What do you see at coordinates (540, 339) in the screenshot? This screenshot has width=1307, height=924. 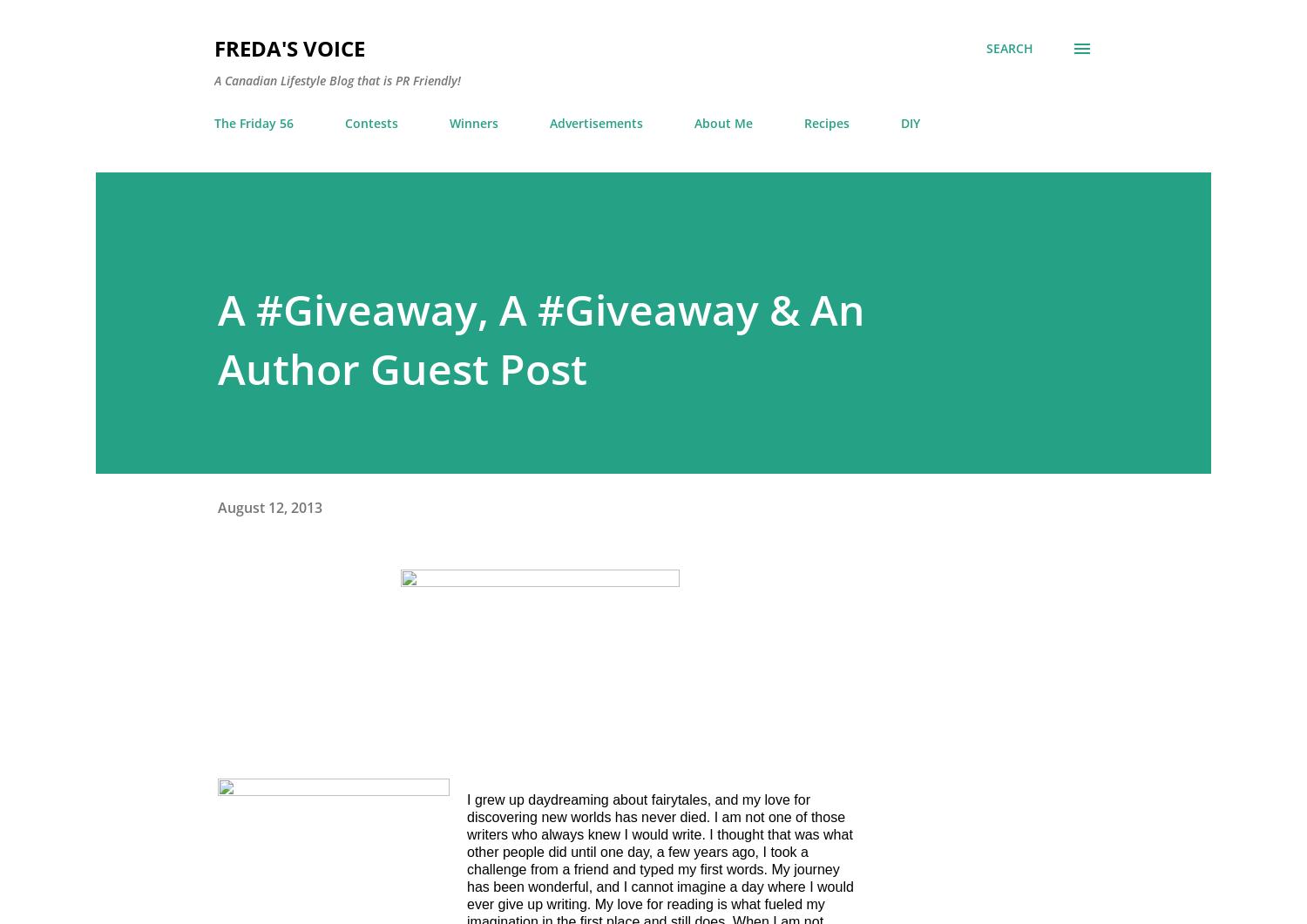 I see `'A #Giveaway, A #Giveaway & An Author Guest Post'` at bounding box center [540, 339].